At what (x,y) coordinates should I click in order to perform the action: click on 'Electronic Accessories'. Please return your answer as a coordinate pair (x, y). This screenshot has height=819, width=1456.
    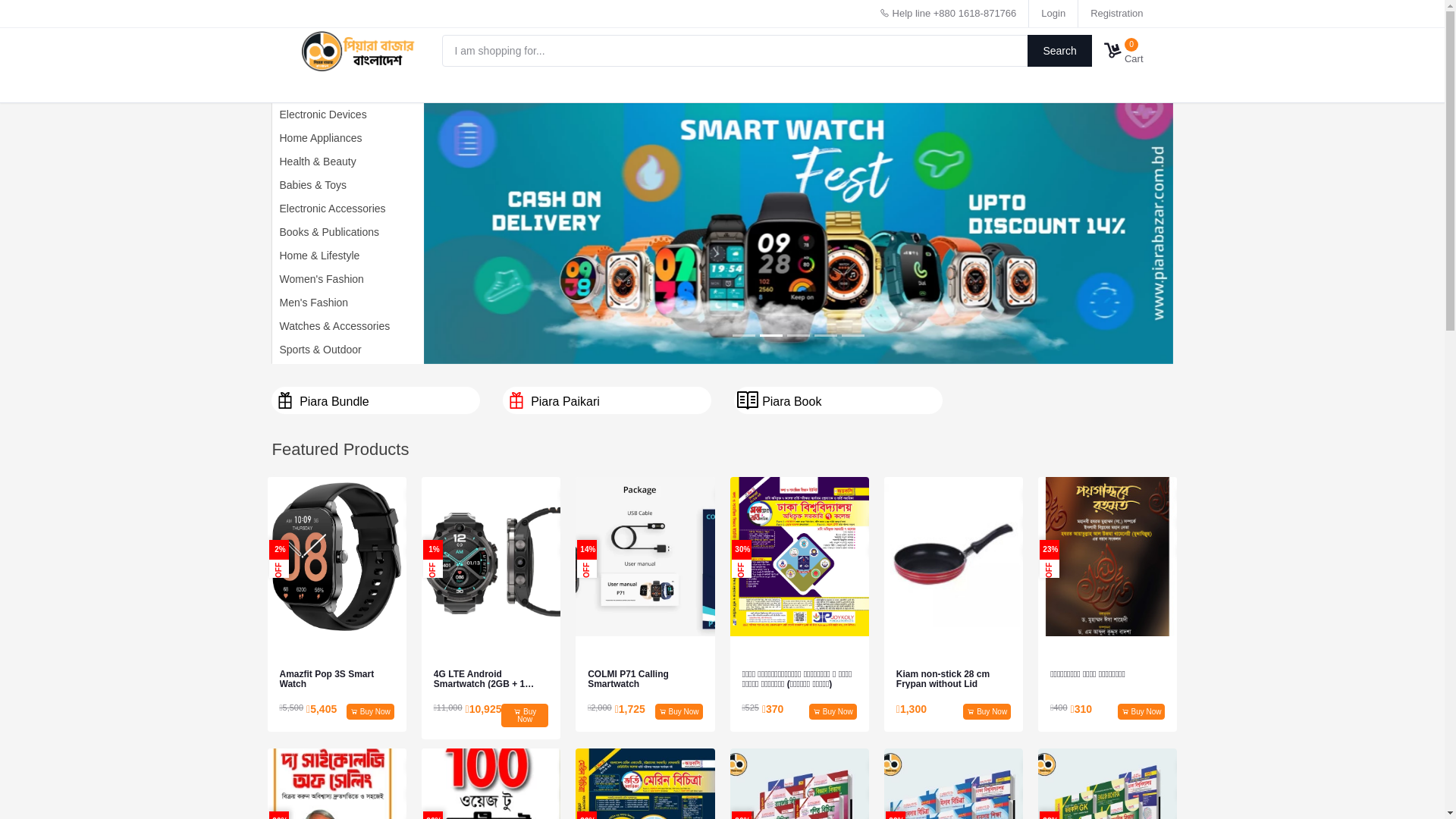
    Looking at the image, I should click on (327, 208).